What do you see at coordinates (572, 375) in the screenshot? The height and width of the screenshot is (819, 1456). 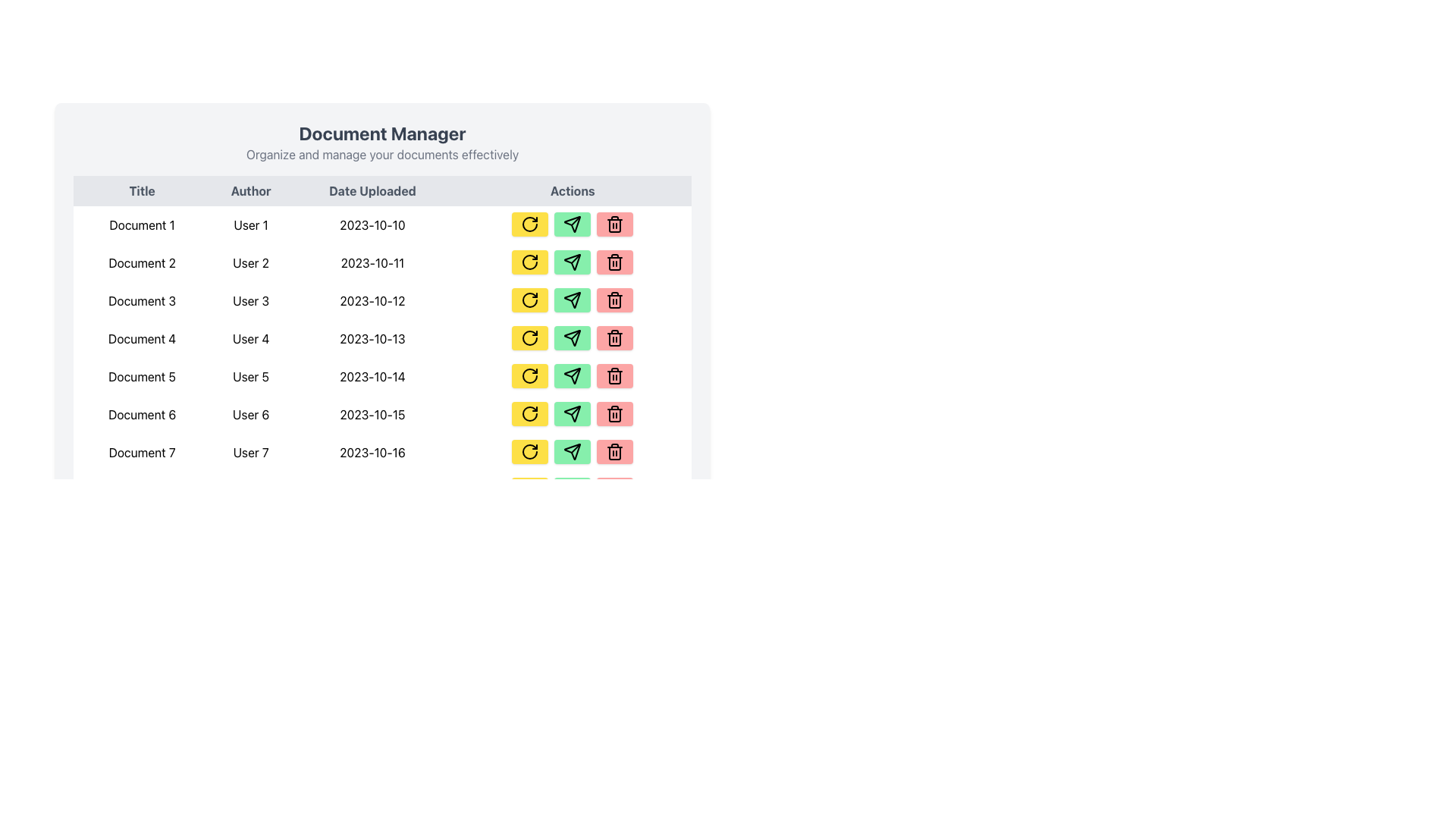 I see `the 'Send' button in the 'Actions' column of the table for the document uploaded on 2023-10-14` at bounding box center [572, 375].